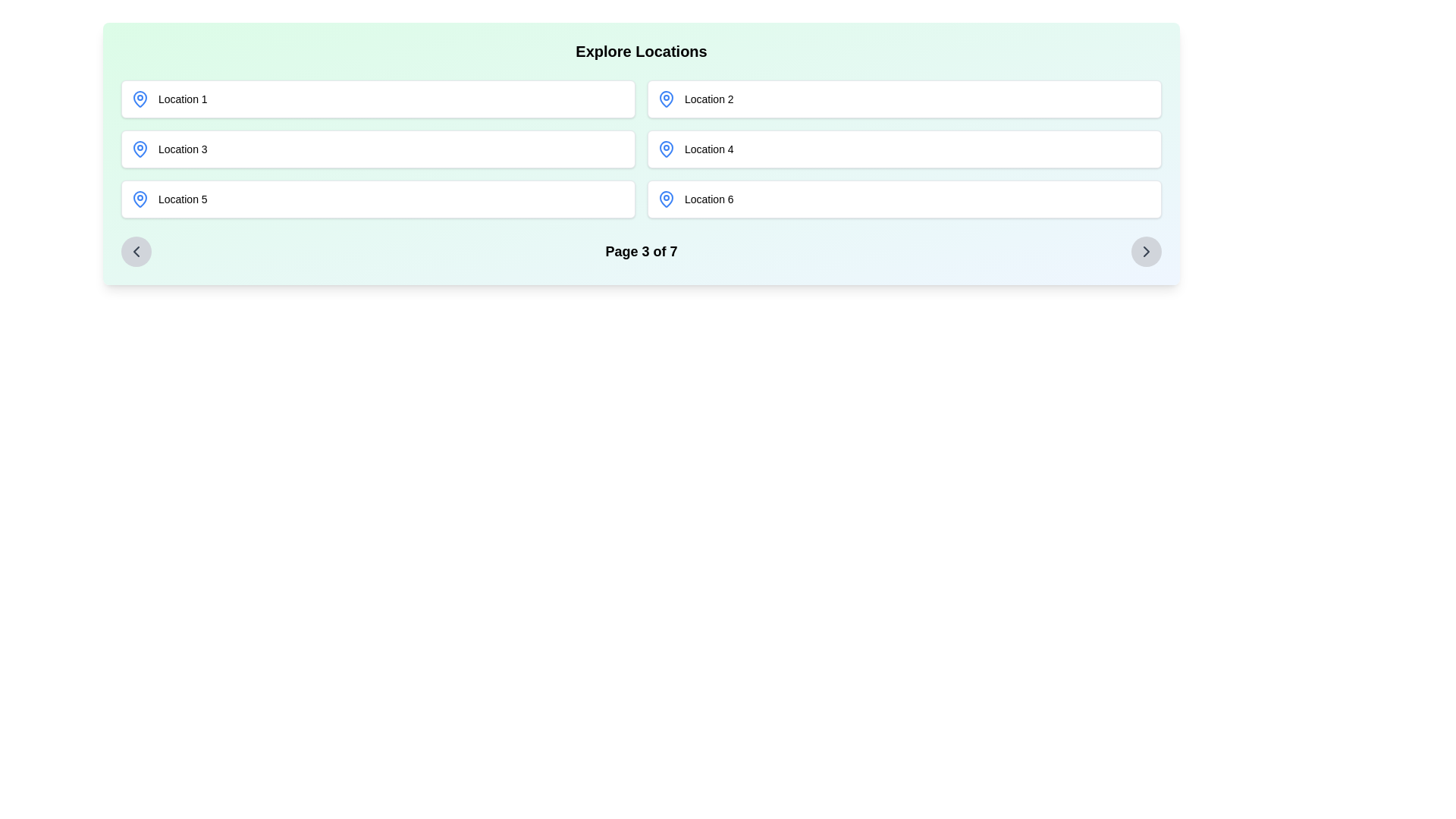 The image size is (1456, 819). What do you see at coordinates (140, 198) in the screenshot?
I see `the blue location marker icon that appears as a pin, located to the left of the 'Location 5' list item` at bounding box center [140, 198].